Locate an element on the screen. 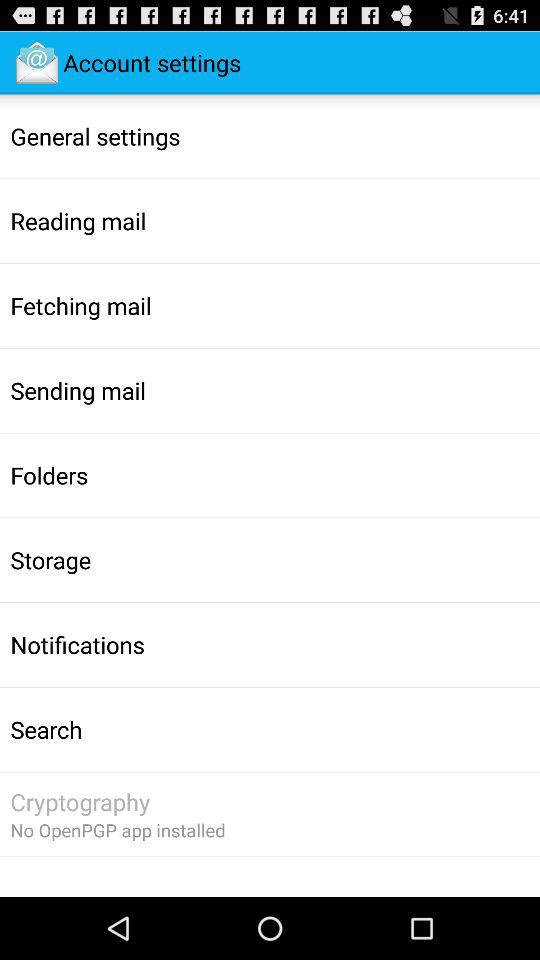  the app below the fetching mail icon is located at coordinates (77, 389).